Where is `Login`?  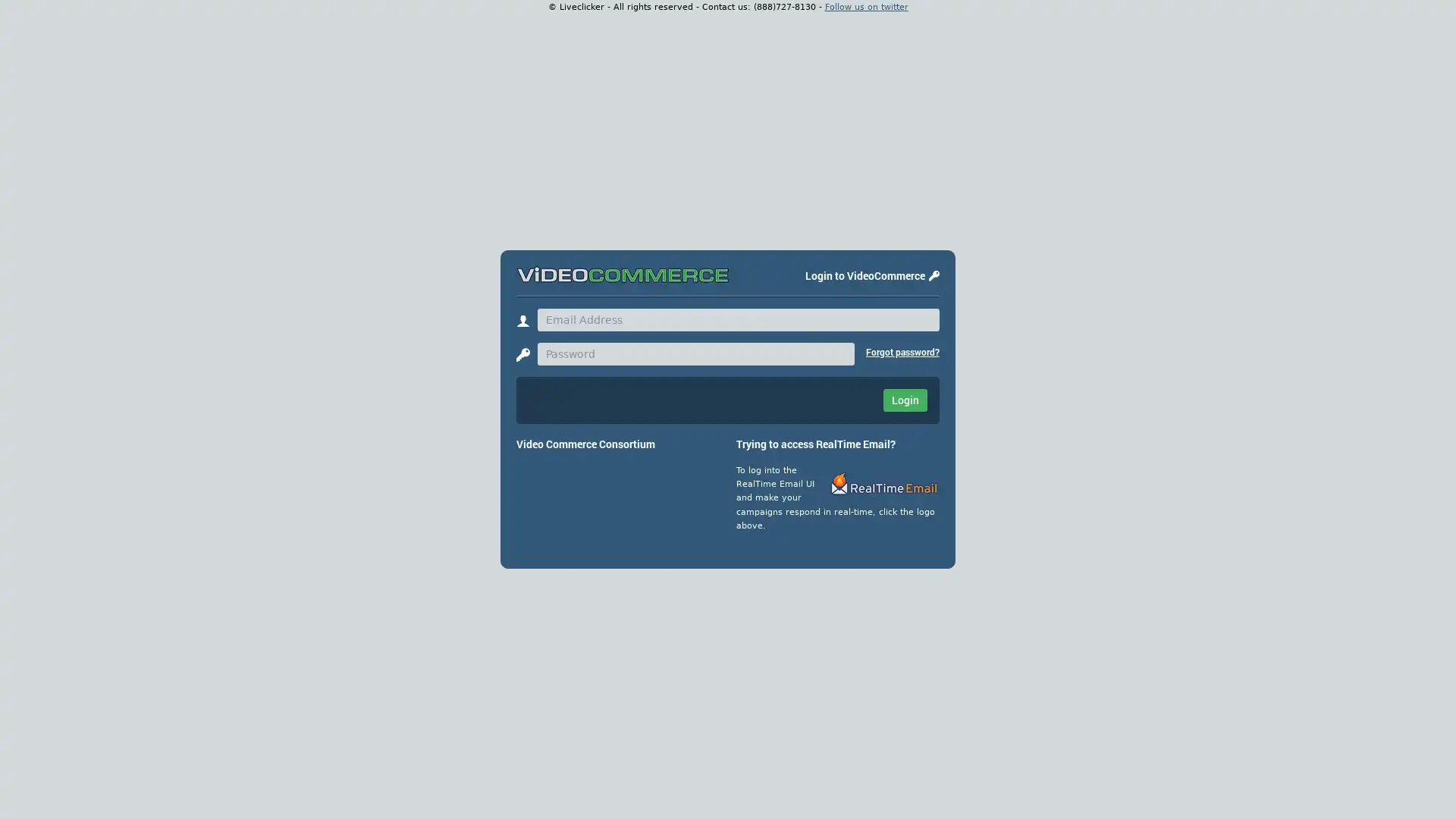
Login is located at coordinates (905, 400).